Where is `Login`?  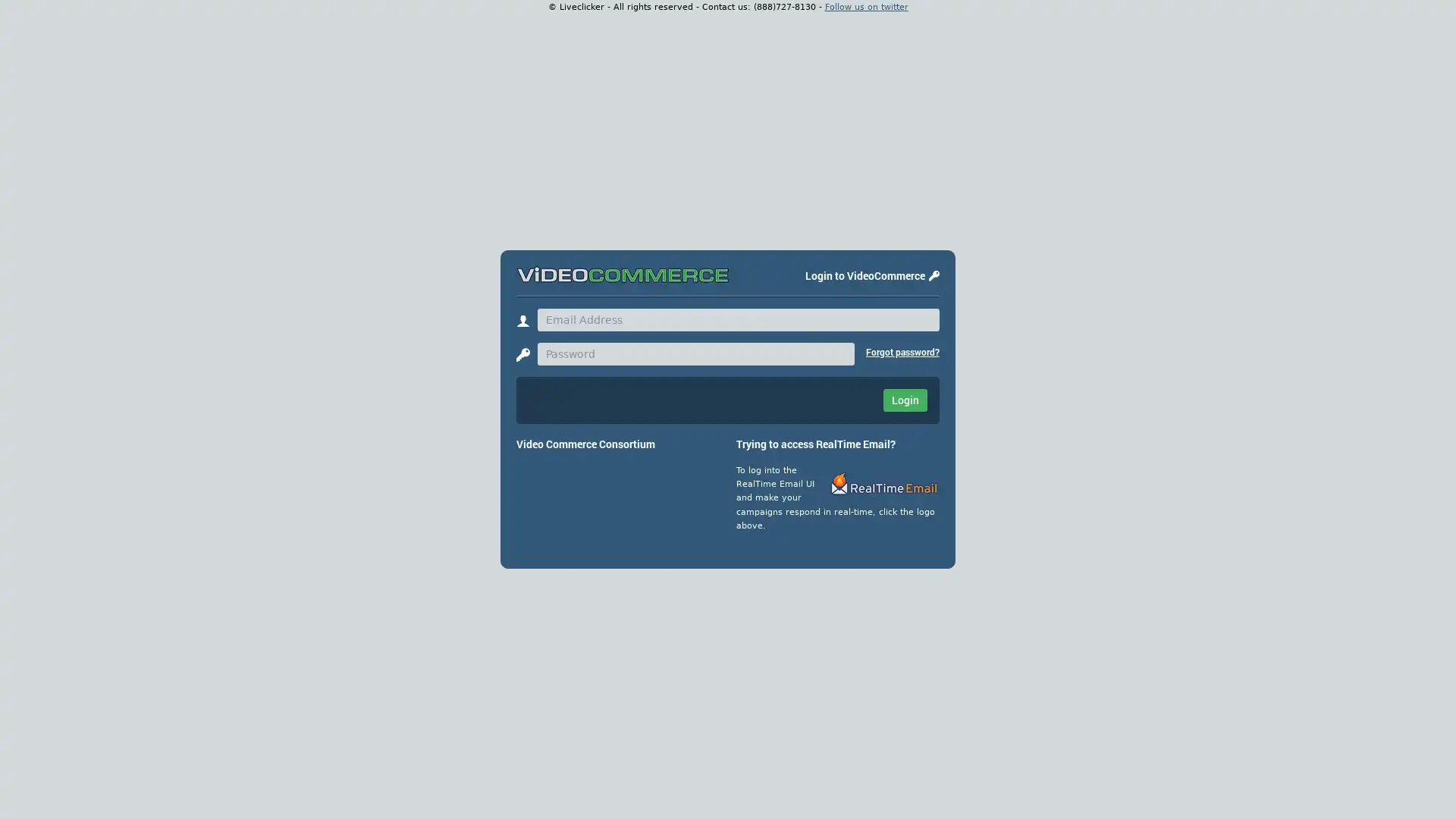
Login is located at coordinates (905, 400).